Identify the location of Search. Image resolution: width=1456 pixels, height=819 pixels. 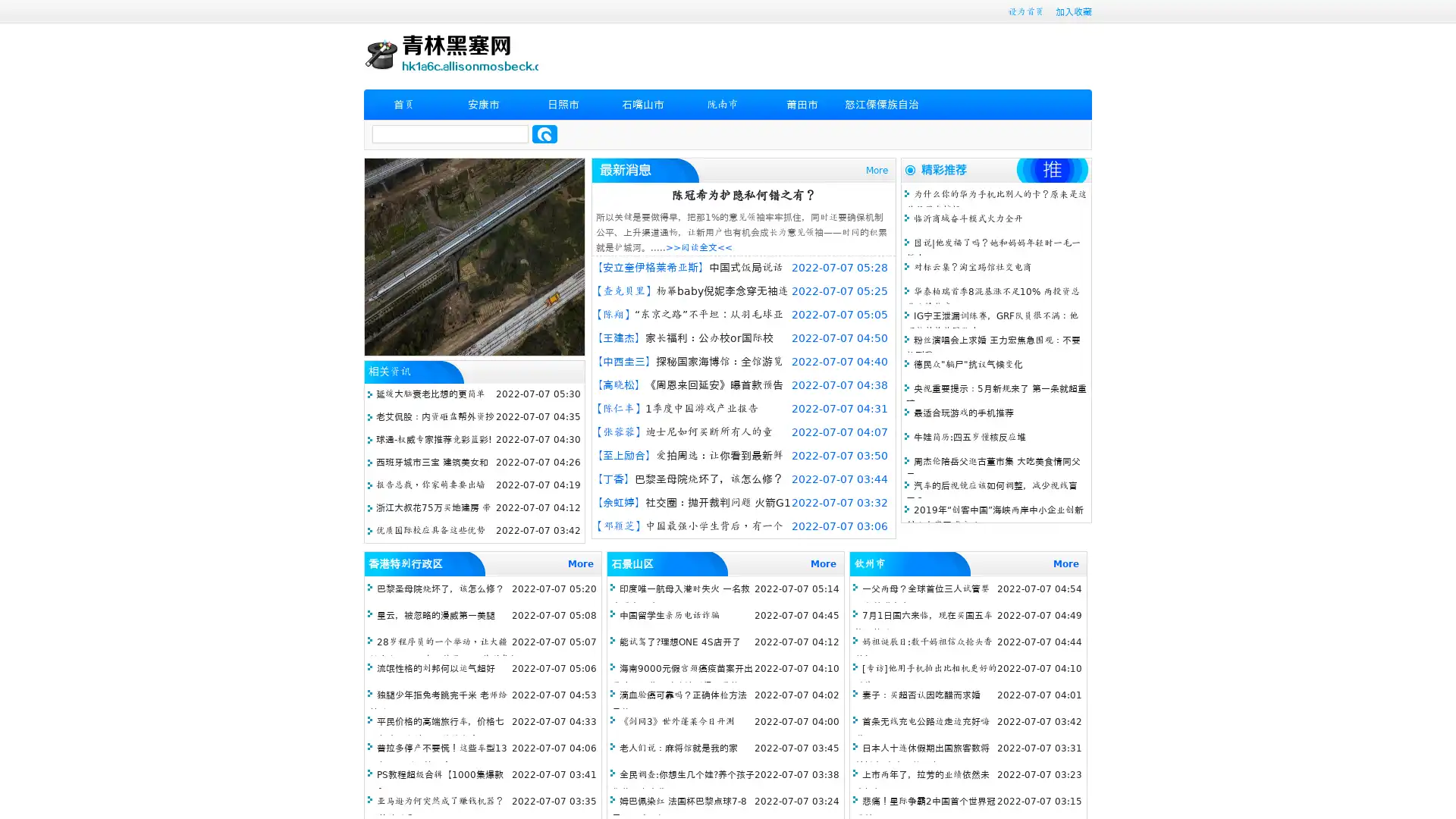
(544, 133).